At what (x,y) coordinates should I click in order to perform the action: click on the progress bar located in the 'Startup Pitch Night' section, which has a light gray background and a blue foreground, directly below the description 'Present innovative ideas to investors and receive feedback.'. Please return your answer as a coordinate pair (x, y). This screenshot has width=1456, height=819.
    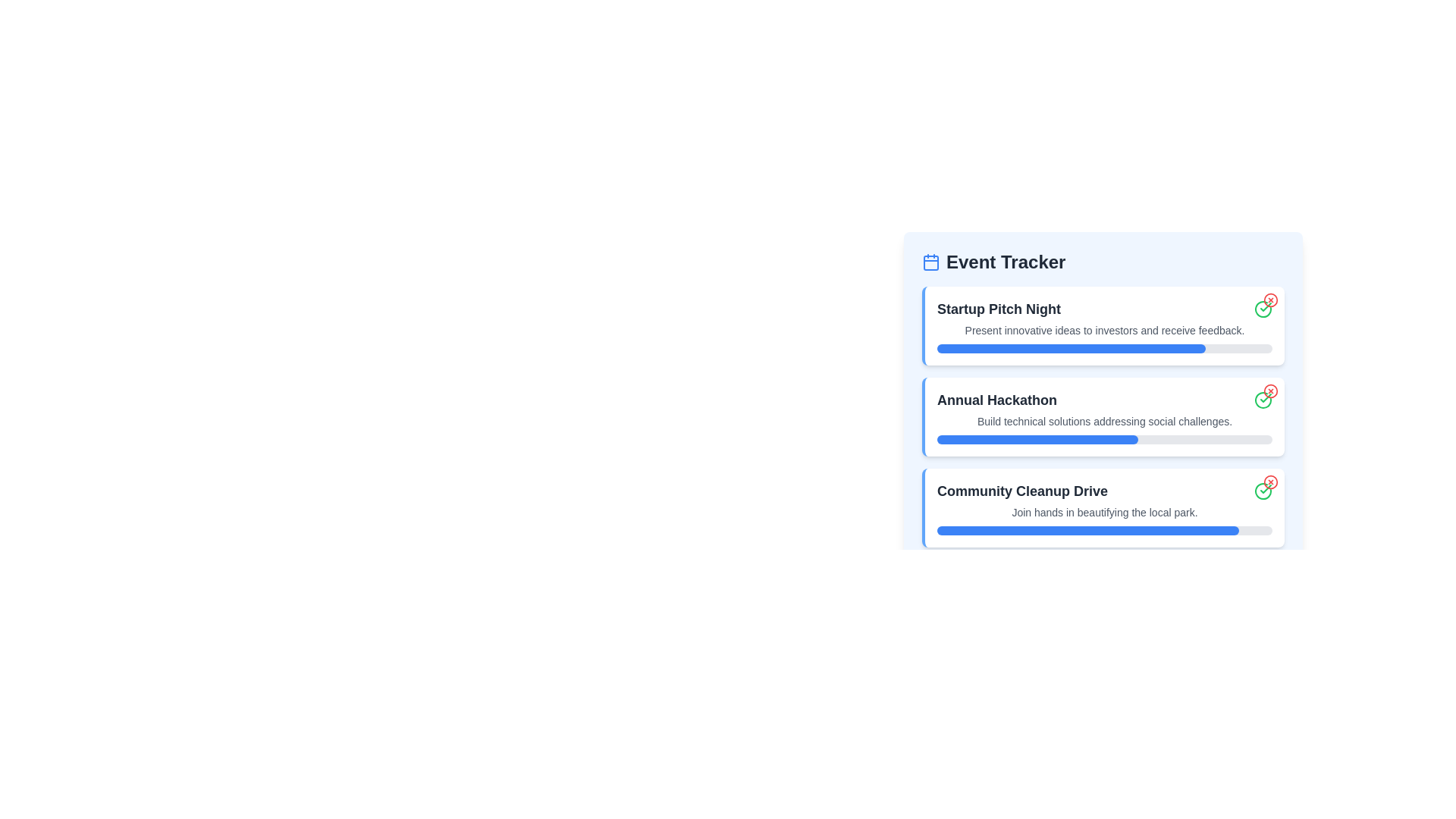
    Looking at the image, I should click on (1105, 348).